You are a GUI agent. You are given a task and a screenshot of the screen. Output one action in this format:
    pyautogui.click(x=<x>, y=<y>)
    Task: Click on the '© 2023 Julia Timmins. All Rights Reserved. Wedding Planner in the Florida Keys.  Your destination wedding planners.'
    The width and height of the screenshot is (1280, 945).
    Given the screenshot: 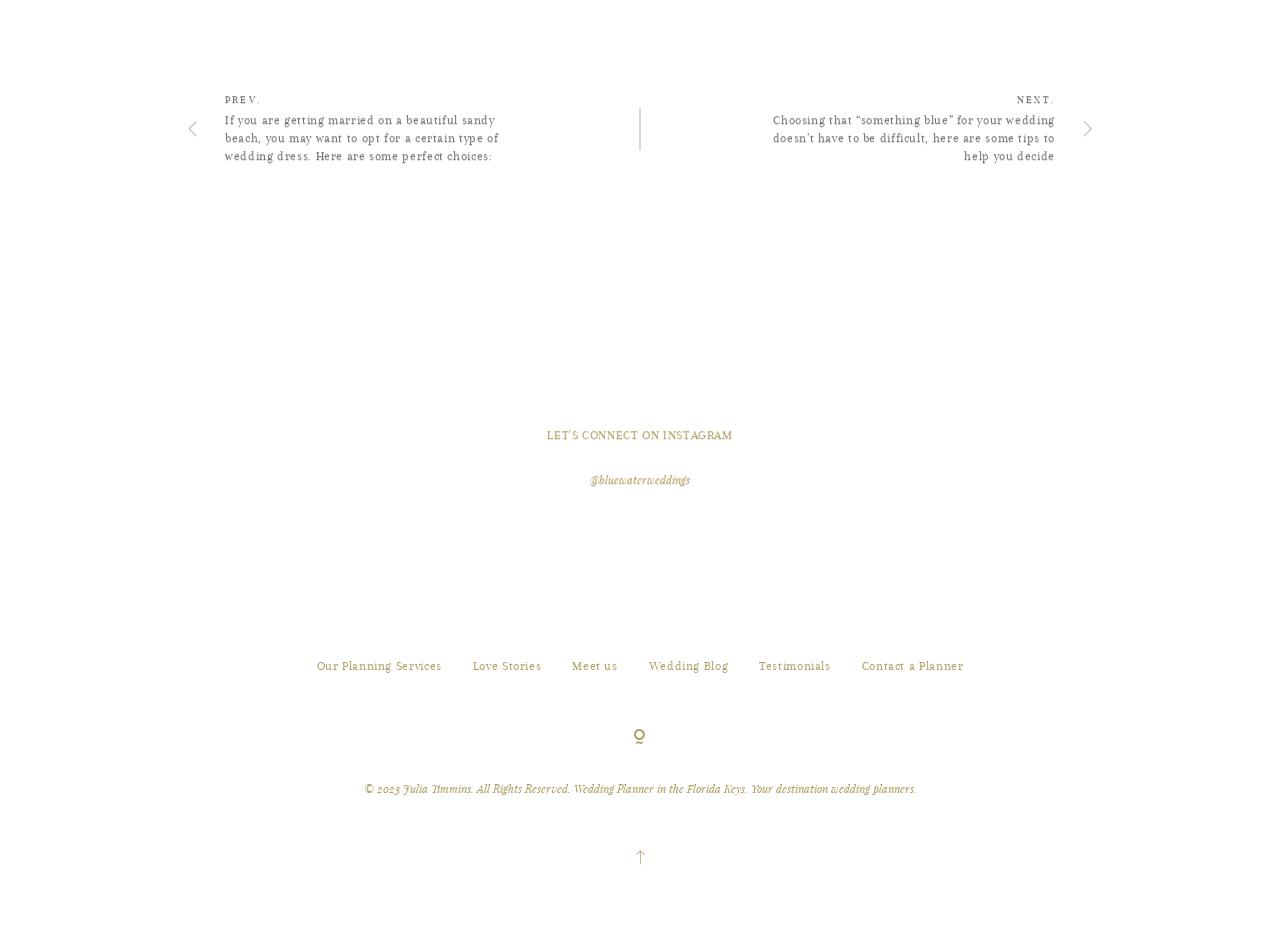 What is the action you would take?
    pyautogui.click(x=638, y=880)
    